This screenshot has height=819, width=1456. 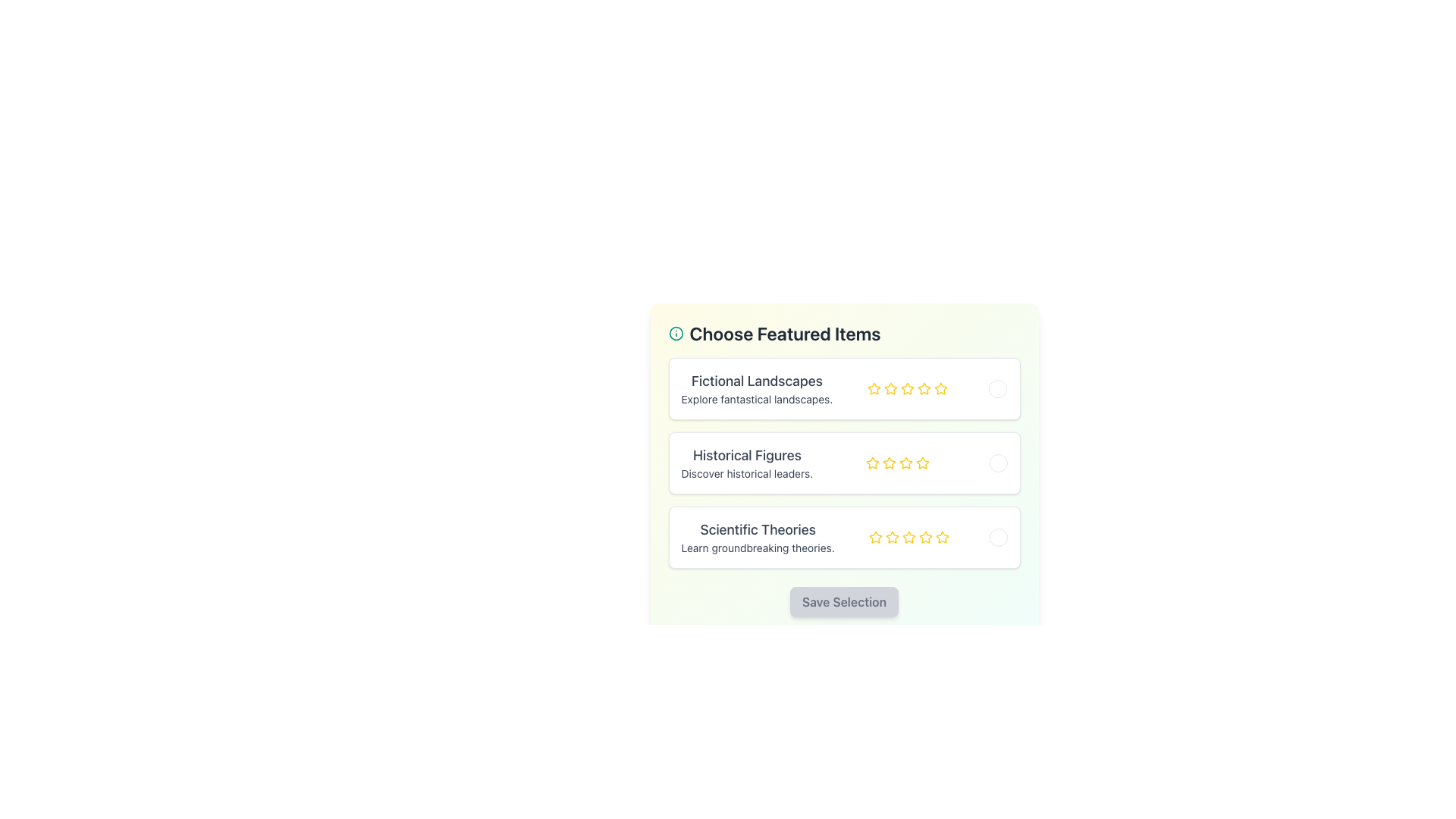 What do you see at coordinates (892, 536) in the screenshot?
I see `the second star in the 5-star rating control to provide a rating for the 'Scientific Theories' section` at bounding box center [892, 536].